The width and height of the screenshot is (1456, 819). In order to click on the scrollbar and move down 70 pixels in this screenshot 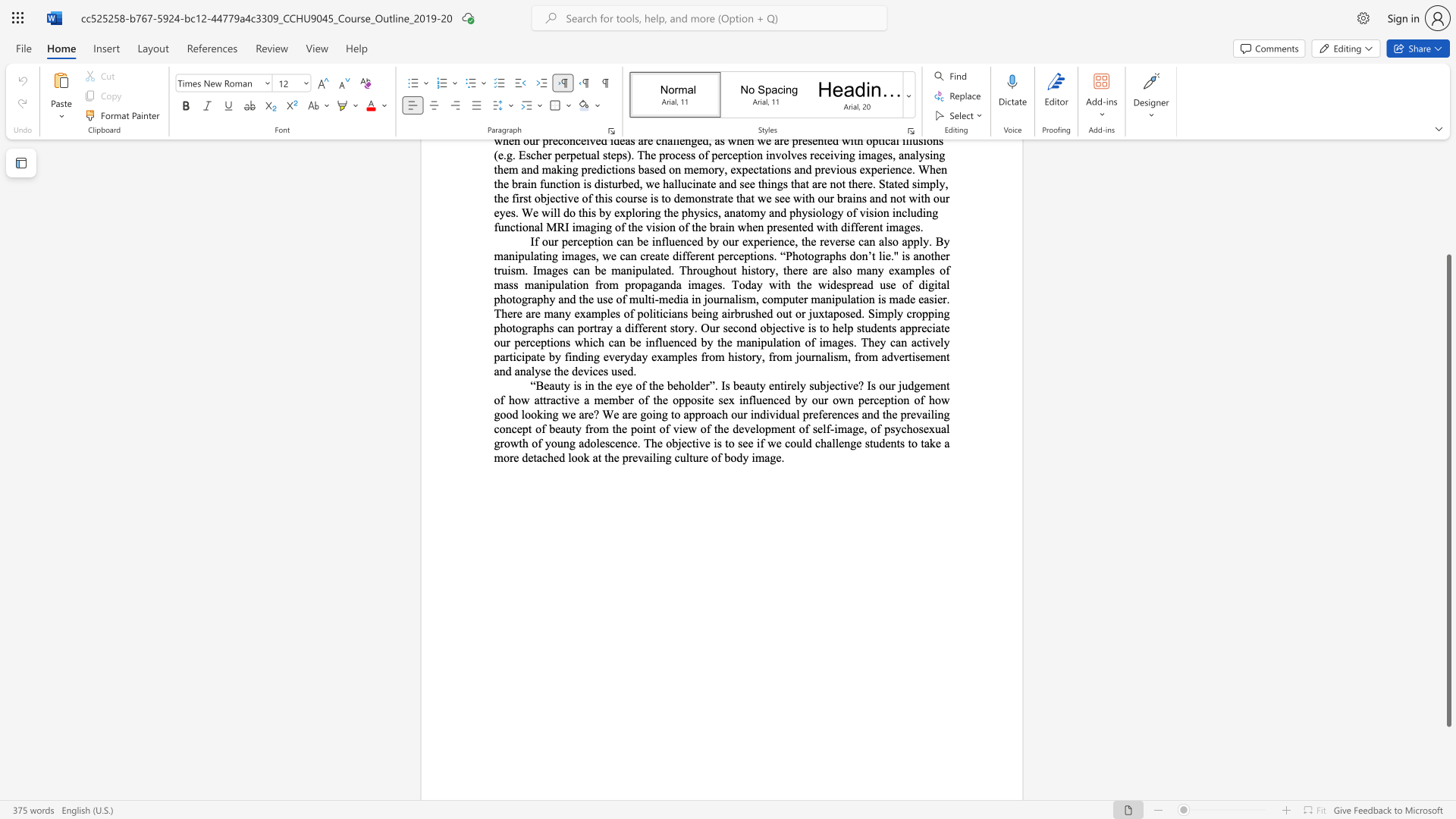, I will do `click(1448, 491)`.